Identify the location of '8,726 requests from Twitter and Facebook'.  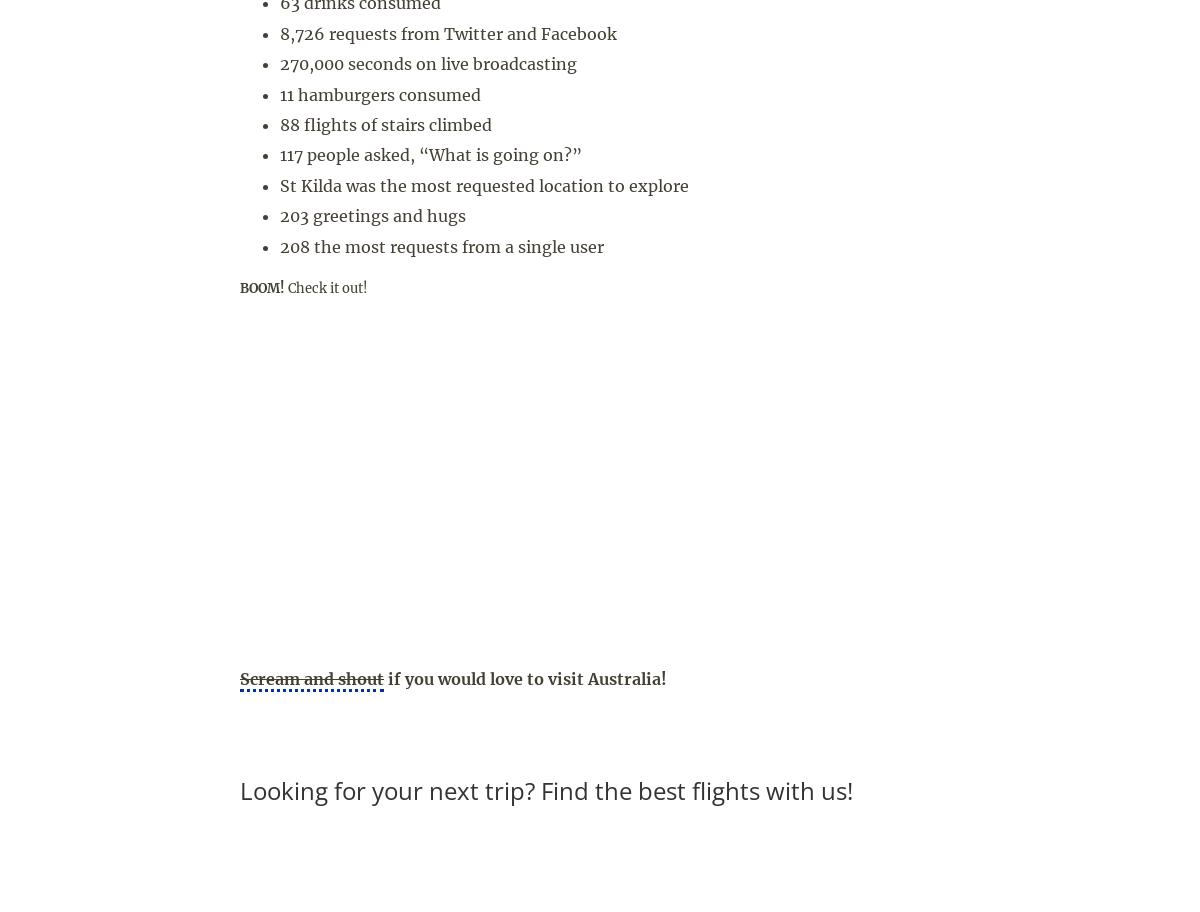
(448, 33).